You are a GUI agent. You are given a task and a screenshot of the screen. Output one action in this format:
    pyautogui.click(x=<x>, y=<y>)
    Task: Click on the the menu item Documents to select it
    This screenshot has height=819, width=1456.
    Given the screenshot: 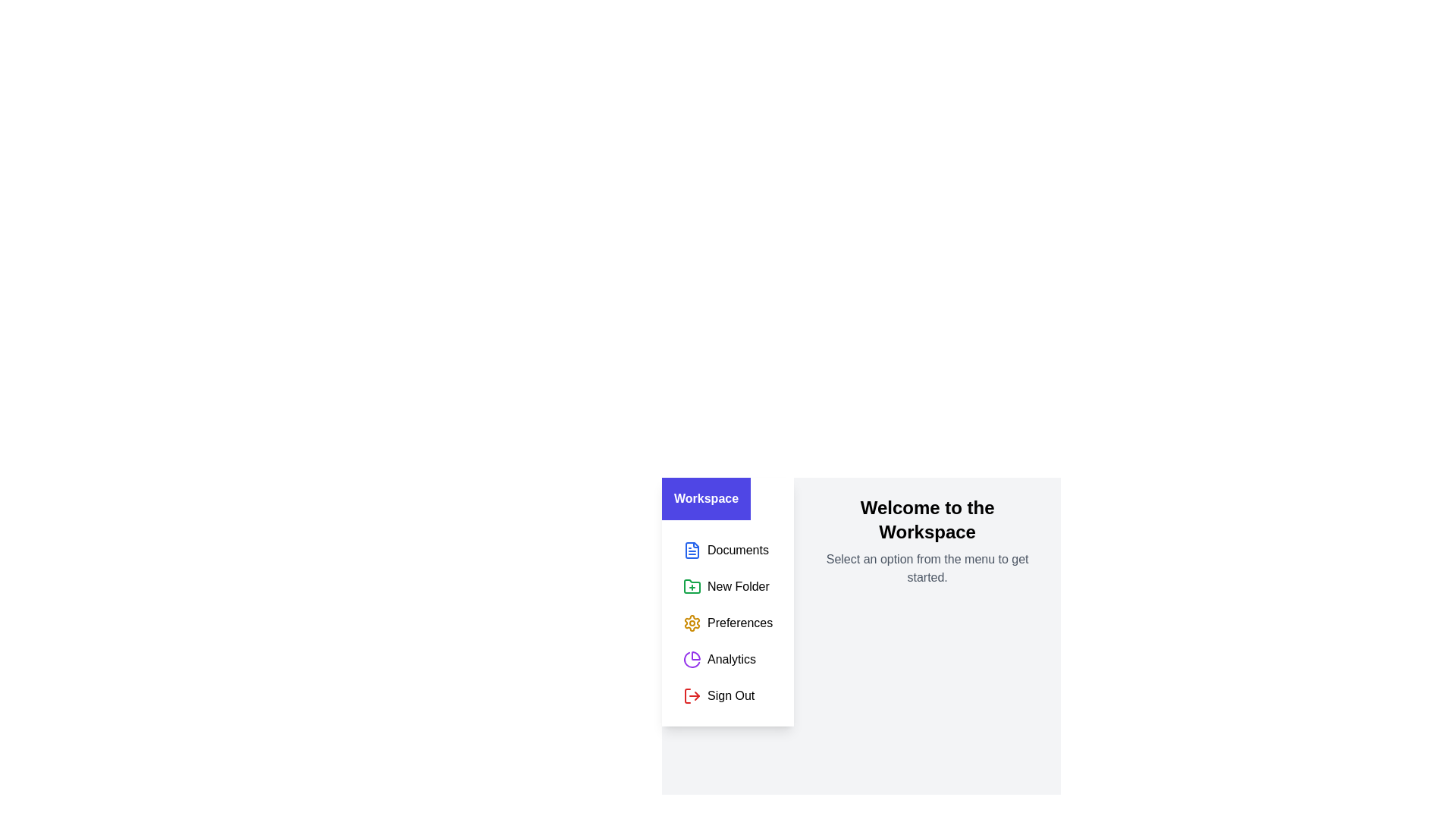 What is the action you would take?
    pyautogui.click(x=728, y=550)
    